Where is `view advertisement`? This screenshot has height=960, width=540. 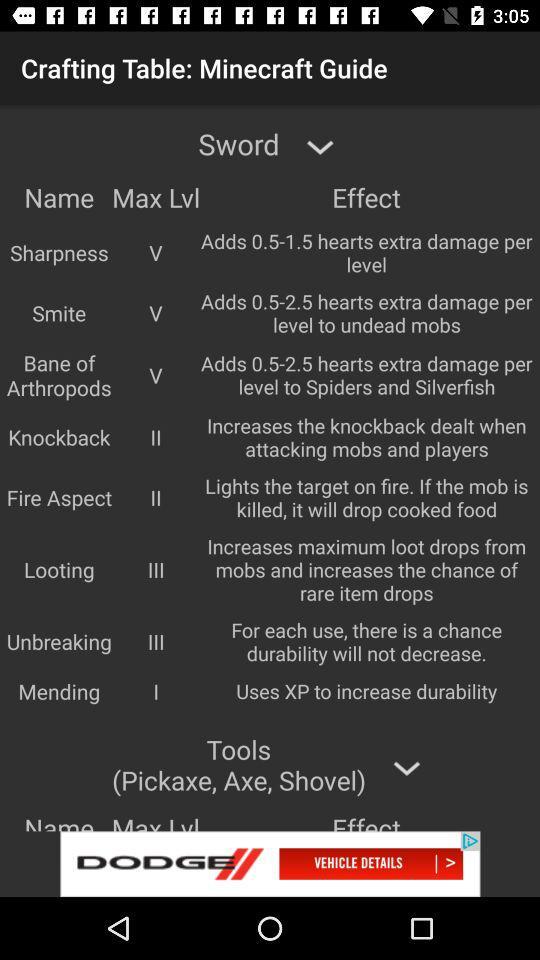 view advertisement is located at coordinates (270, 863).